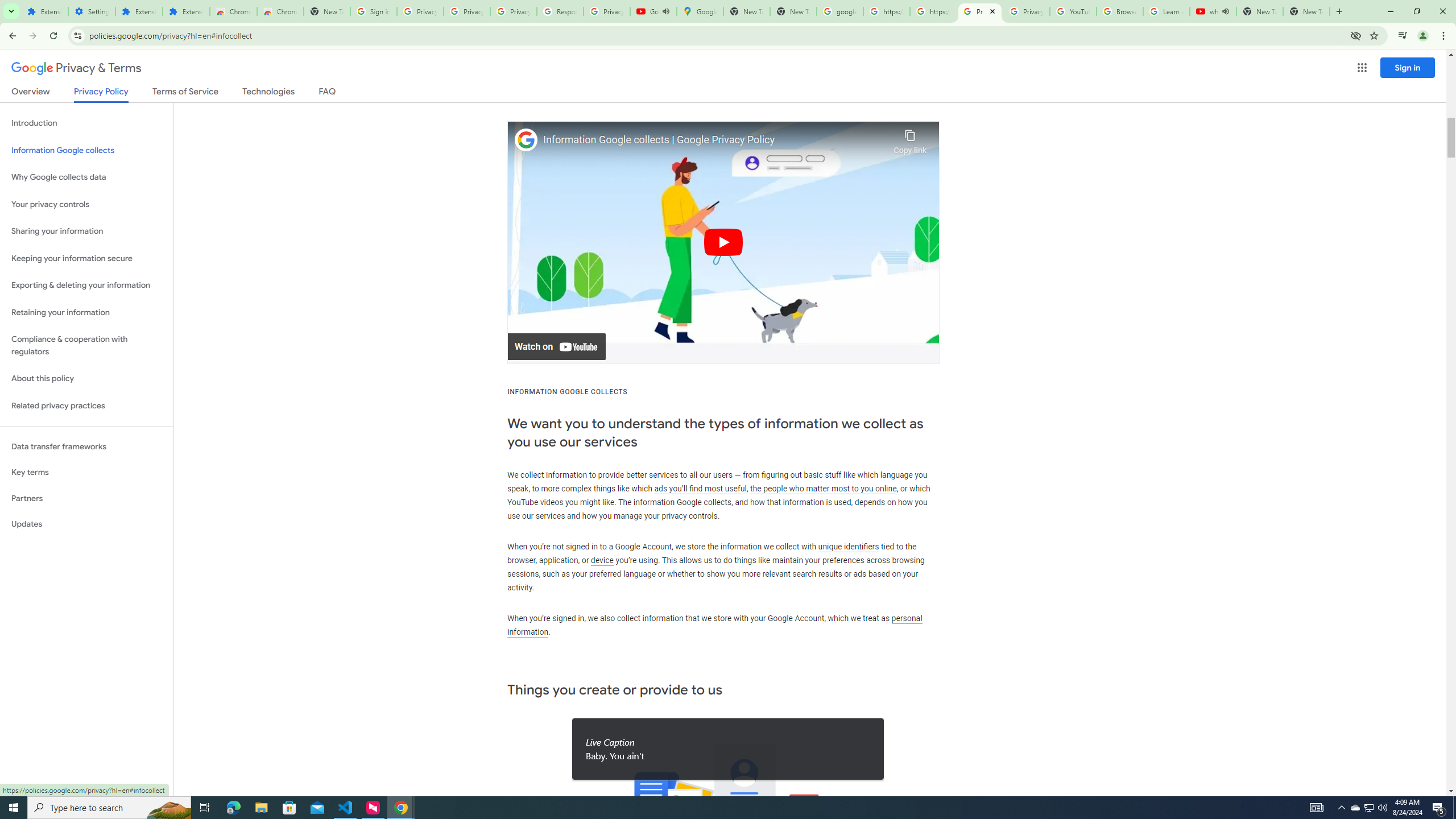  What do you see at coordinates (233, 11) in the screenshot?
I see `'Chrome Web Store'` at bounding box center [233, 11].